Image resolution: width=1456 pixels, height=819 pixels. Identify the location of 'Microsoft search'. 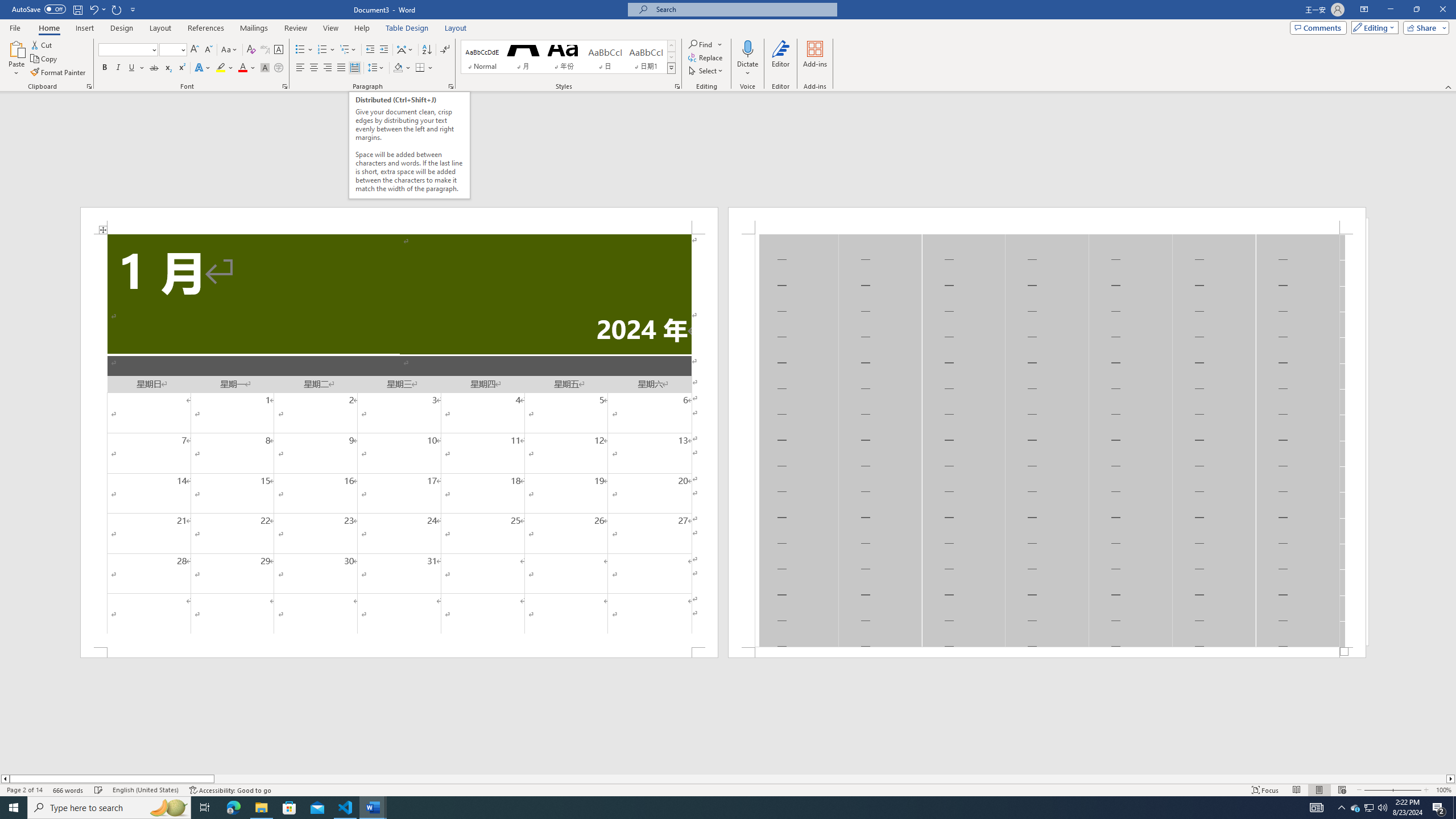
(742, 9).